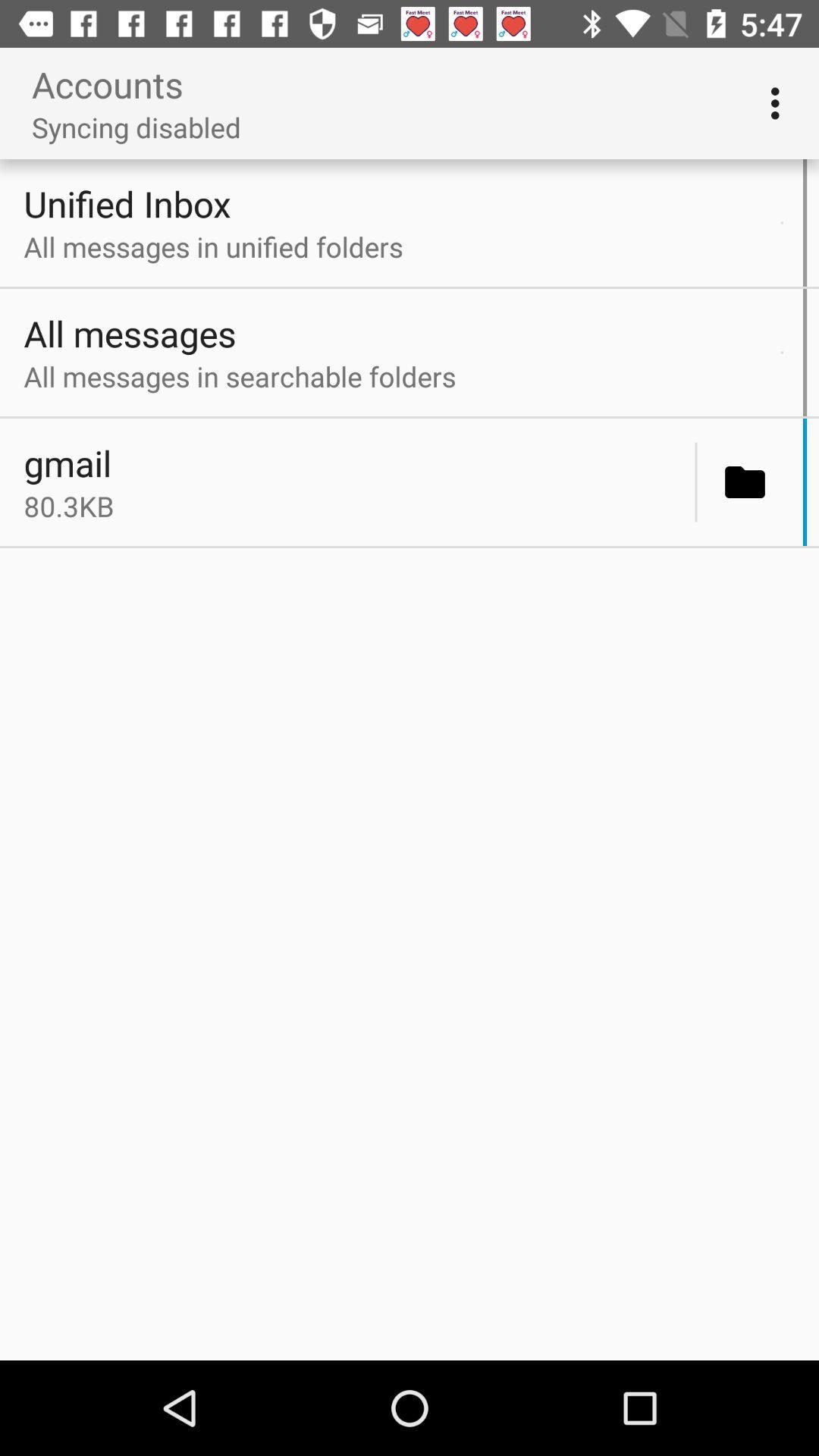  Describe the element at coordinates (355, 506) in the screenshot. I see `the icon below gmail icon` at that location.